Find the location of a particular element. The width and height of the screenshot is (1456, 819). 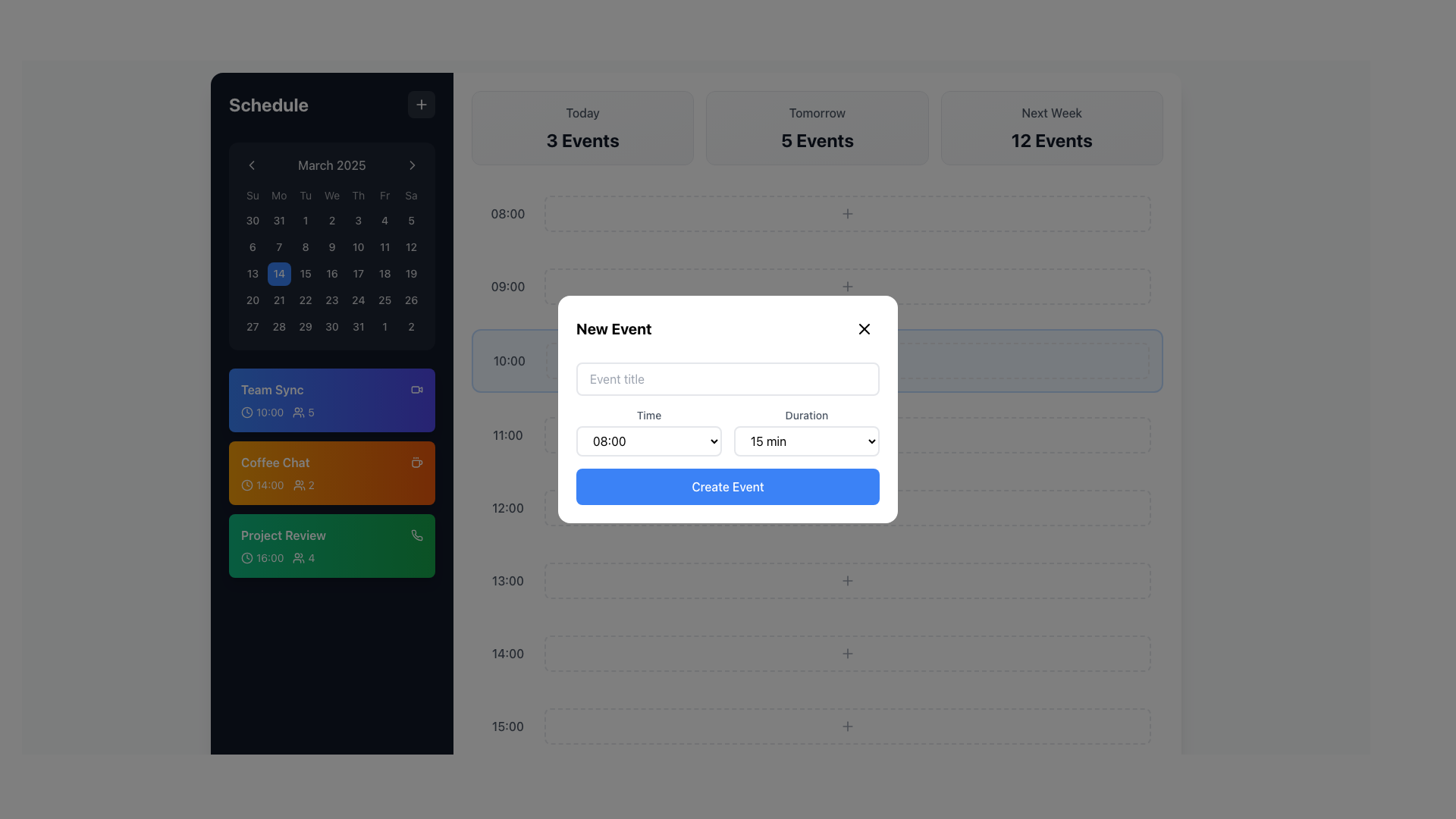

the interactive placeholder button with a dashed border located in the 08:00 time slot to create a new entry is located at coordinates (847, 213).